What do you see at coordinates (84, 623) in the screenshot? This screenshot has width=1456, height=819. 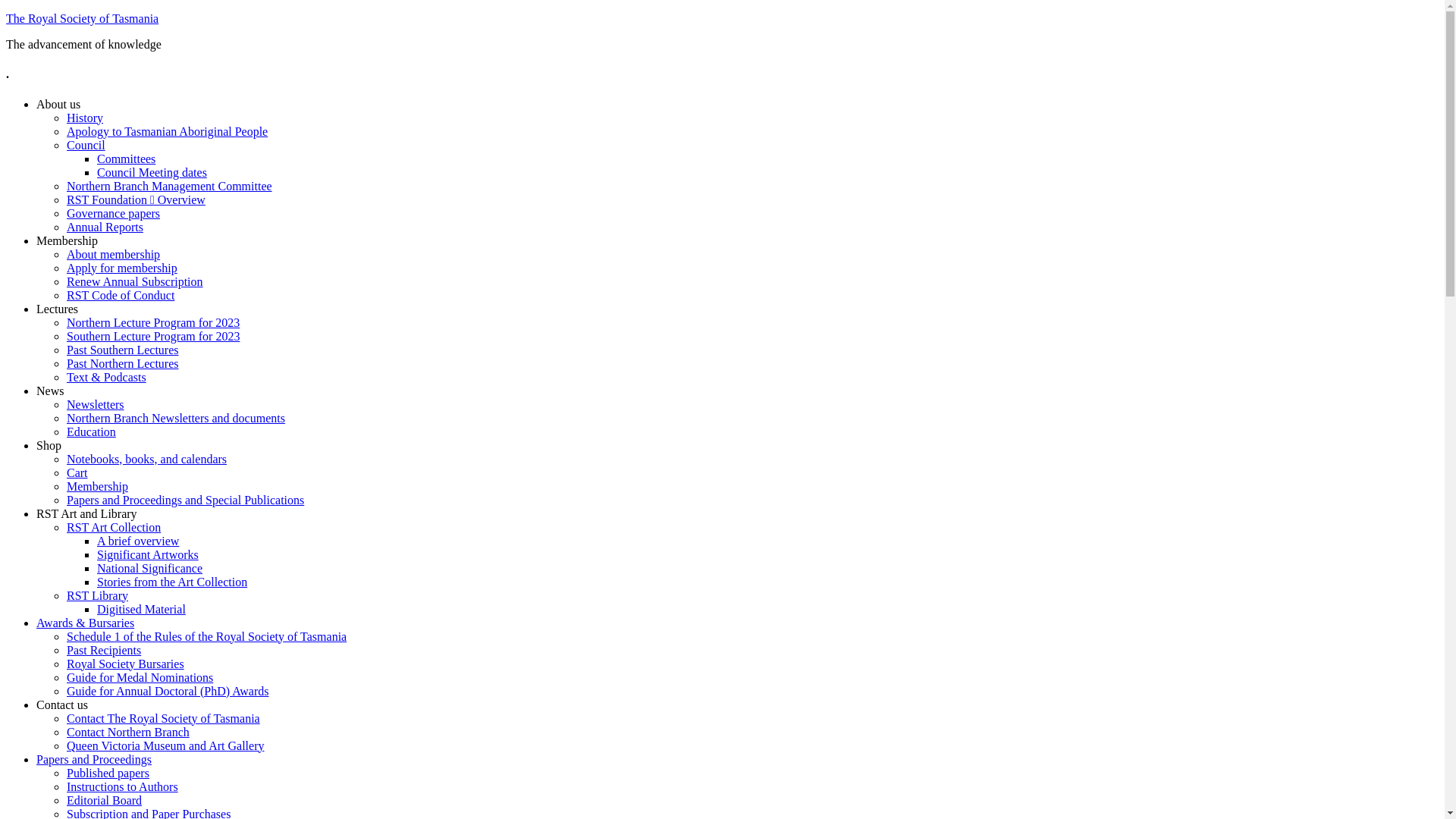 I see `'Awards & Bursaries'` at bounding box center [84, 623].